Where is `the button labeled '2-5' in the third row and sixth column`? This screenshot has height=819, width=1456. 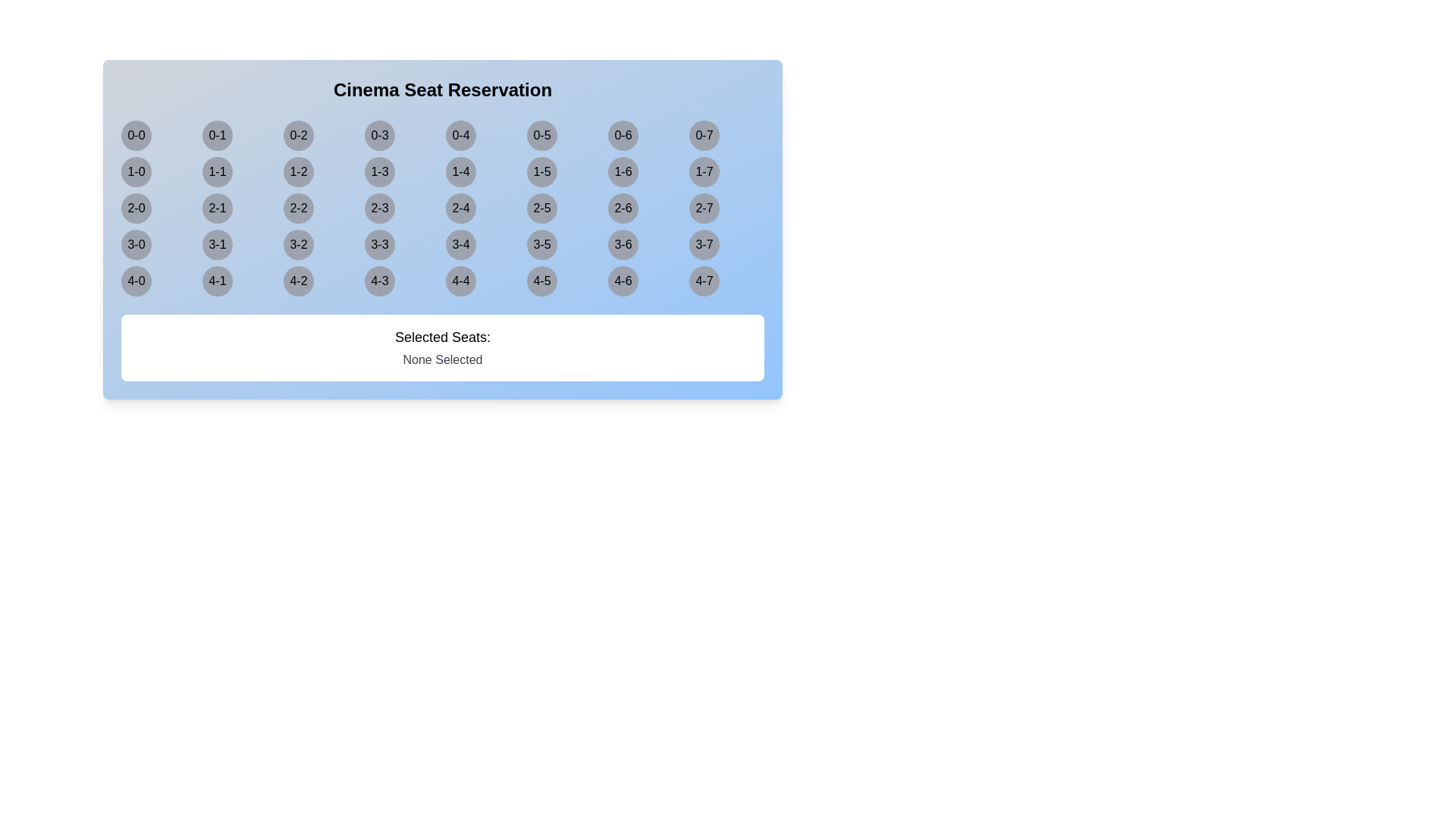
the button labeled '2-5' in the third row and sixth column is located at coordinates (542, 208).